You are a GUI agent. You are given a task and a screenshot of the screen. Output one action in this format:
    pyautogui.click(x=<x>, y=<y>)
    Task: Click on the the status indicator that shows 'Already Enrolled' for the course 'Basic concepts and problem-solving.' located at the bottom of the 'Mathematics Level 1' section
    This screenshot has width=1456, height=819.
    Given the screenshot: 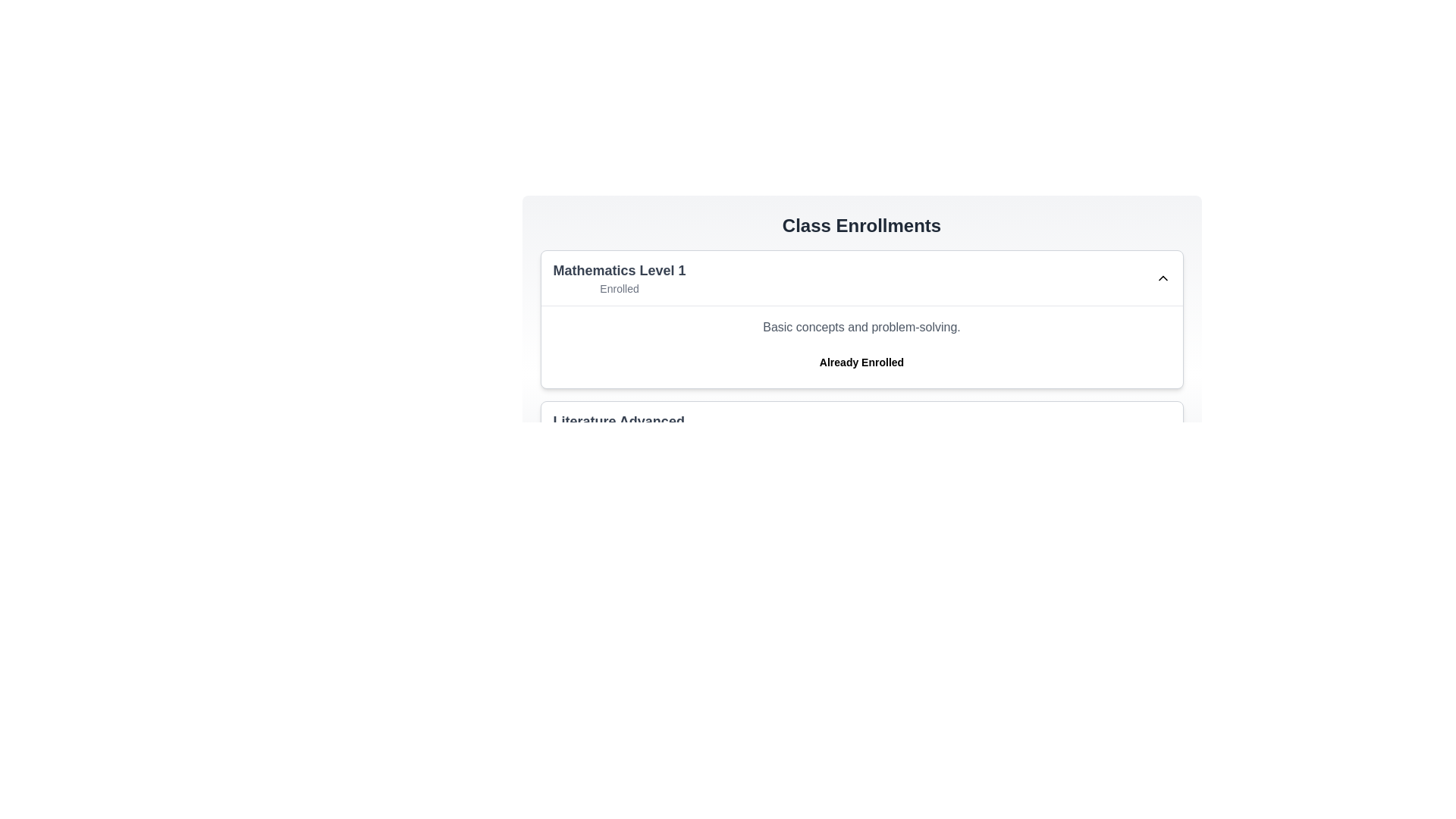 What is the action you would take?
    pyautogui.click(x=861, y=347)
    